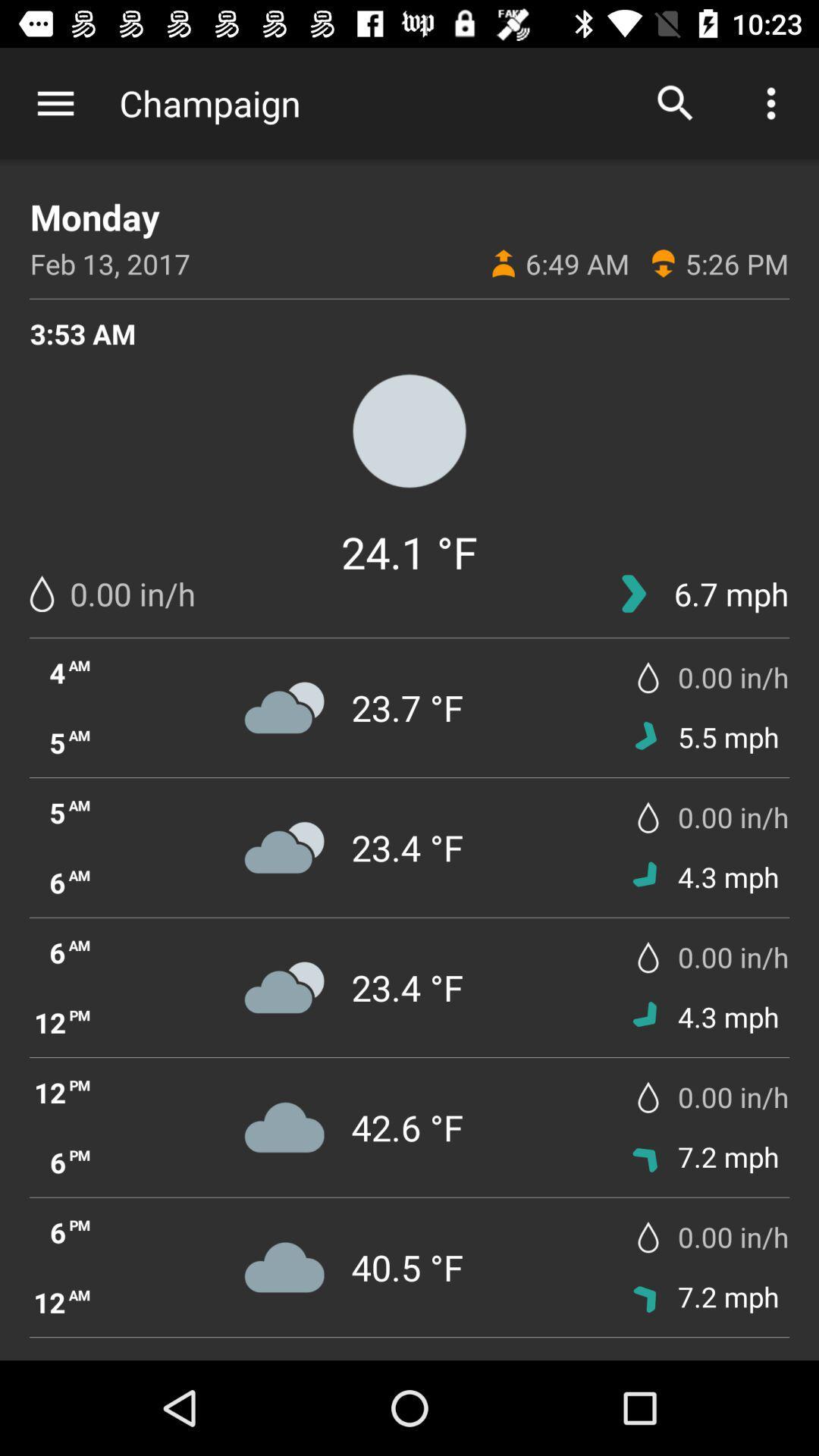 This screenshot has width=819, height=1456. Describe the element at coordinates (675, 102) in the screenshot. I see `the icon to the right of champaign app` at that location.